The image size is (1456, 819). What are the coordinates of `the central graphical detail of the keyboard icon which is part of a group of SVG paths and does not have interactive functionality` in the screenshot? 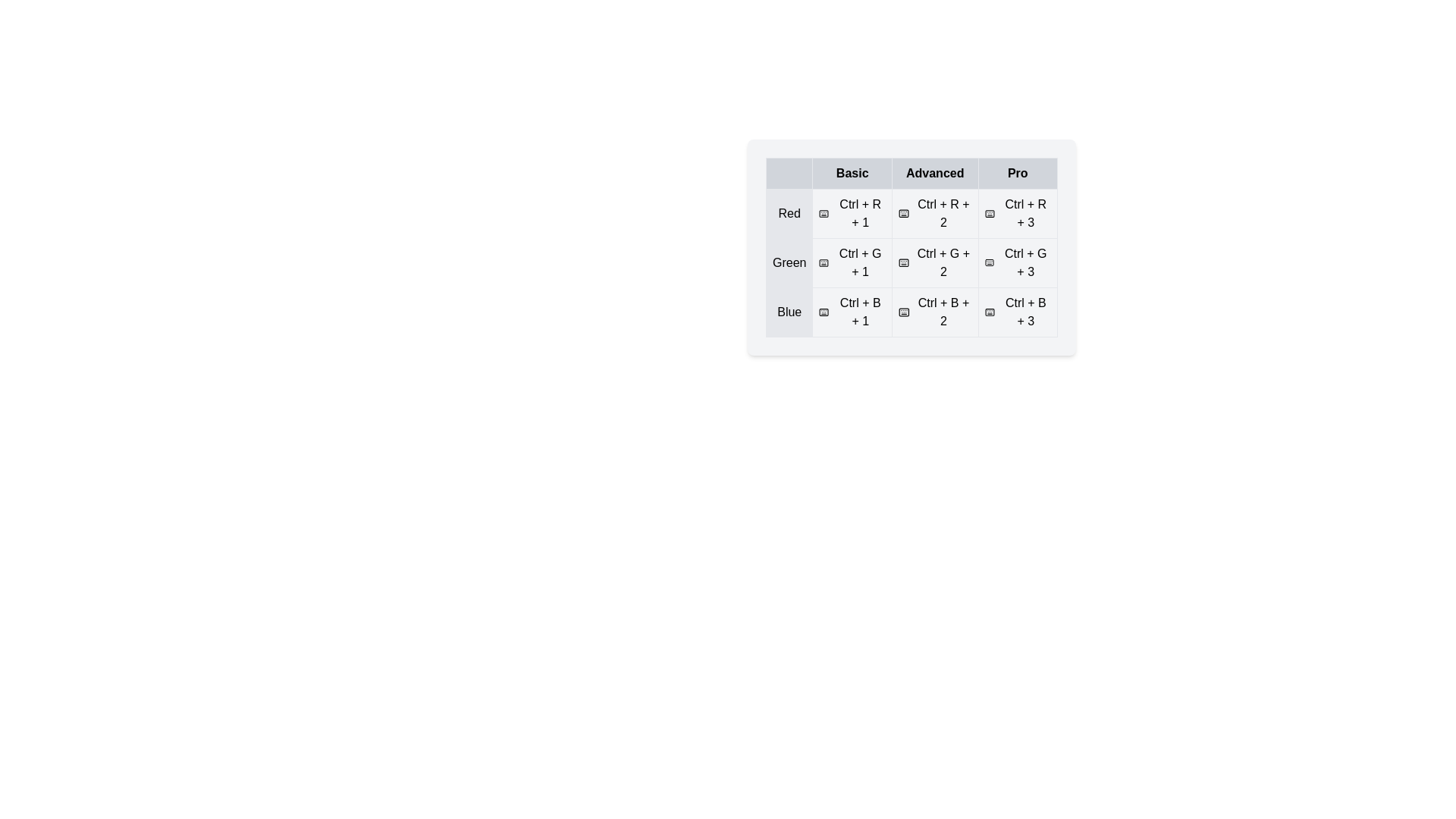 It's located at (990, 312).